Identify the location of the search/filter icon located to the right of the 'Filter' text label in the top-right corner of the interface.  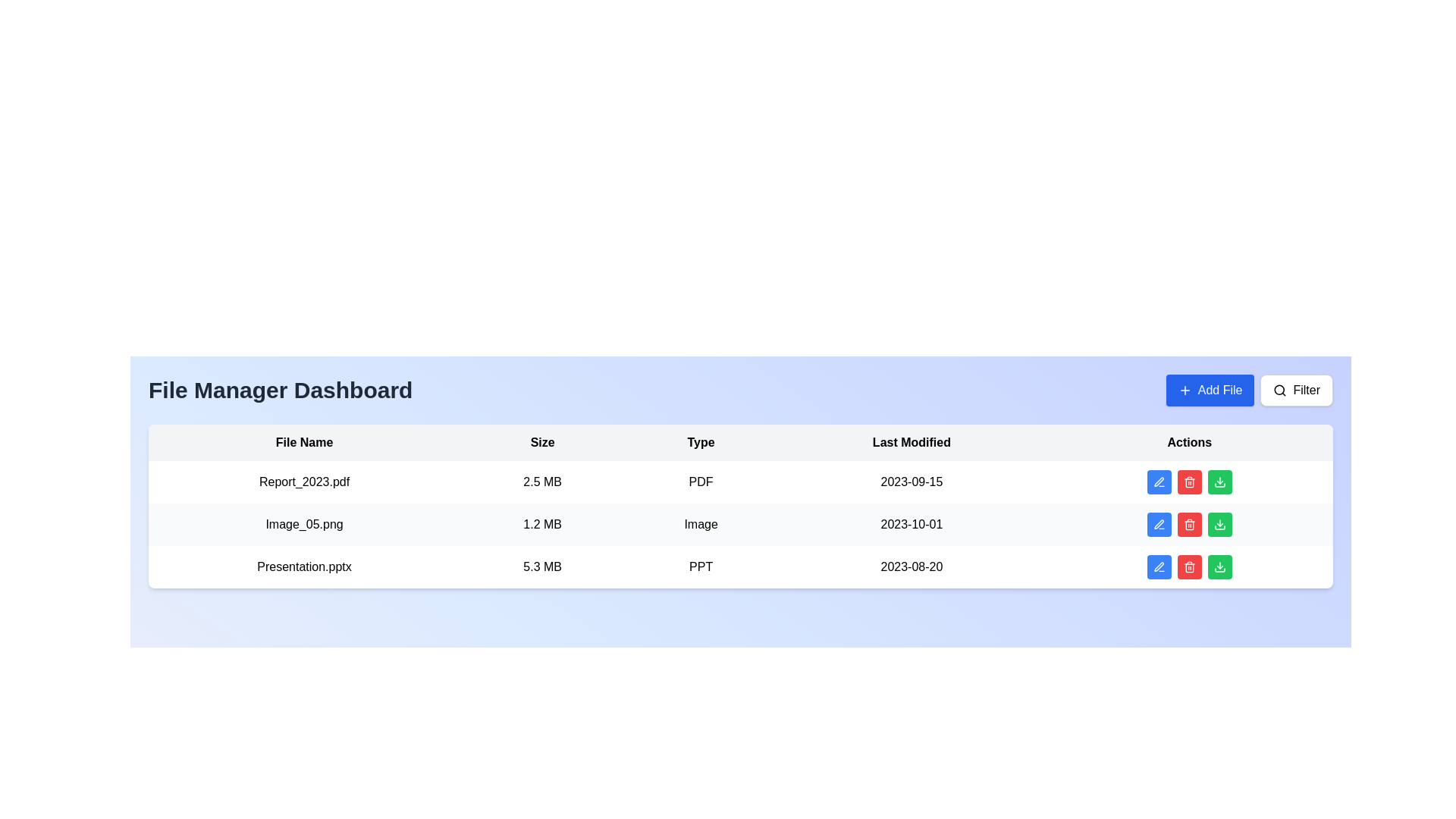
(1279, 390).